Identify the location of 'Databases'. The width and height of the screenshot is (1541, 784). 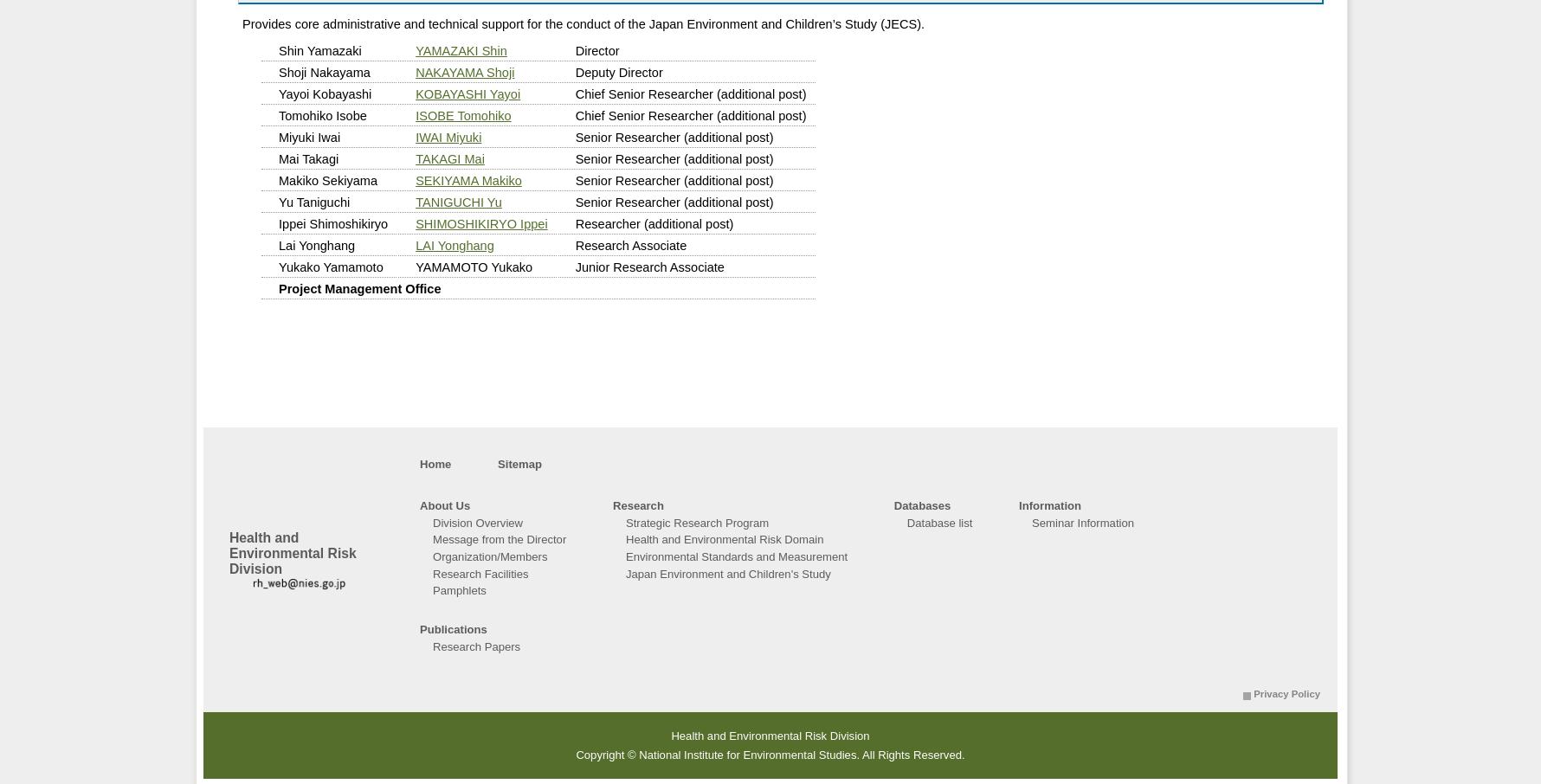
(921, 504).